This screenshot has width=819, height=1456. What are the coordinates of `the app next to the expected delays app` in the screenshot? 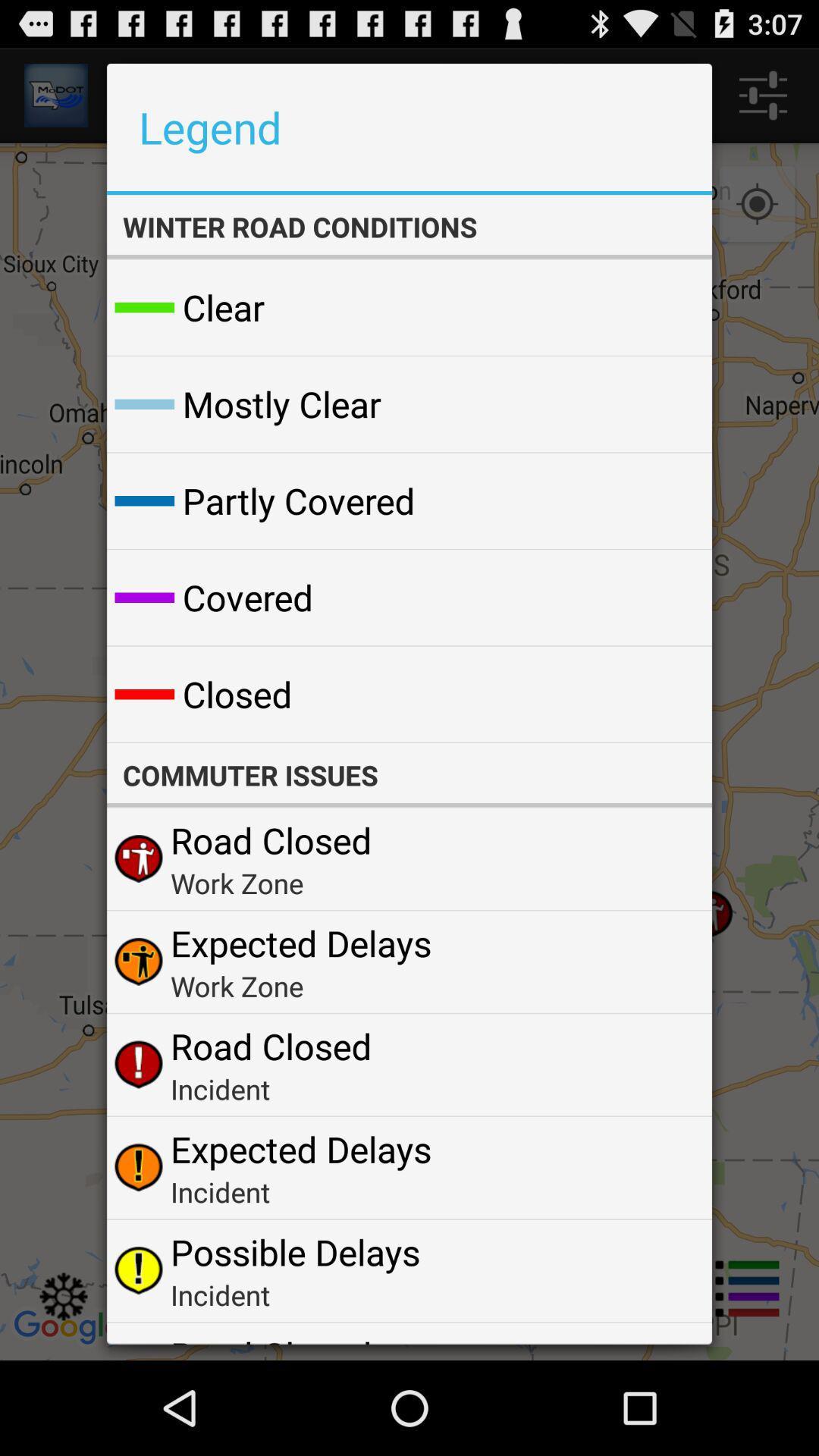 It's located at (663, 961).